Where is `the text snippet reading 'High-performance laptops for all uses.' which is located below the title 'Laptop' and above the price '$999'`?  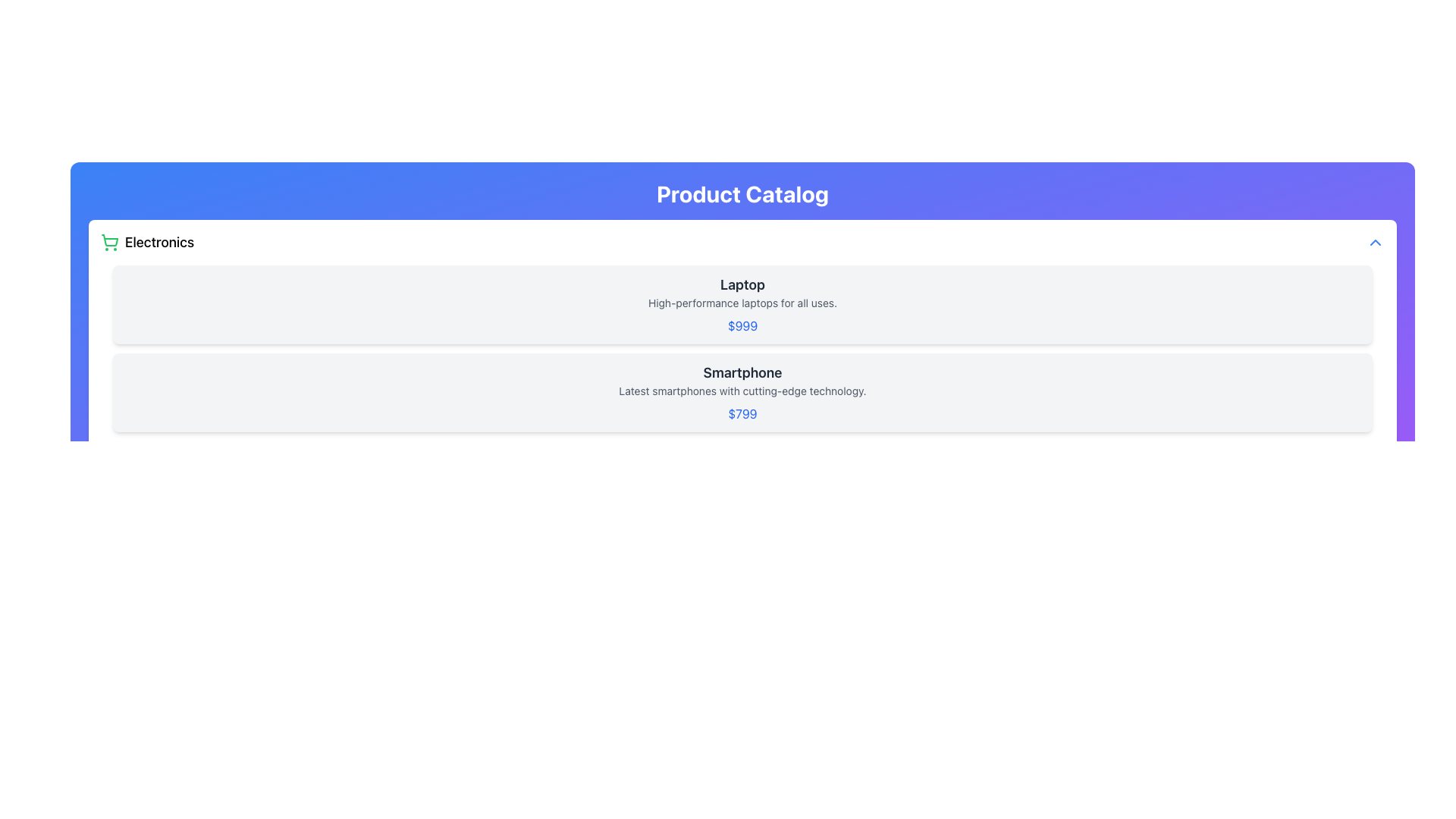 the text snippet reading 'High-performance laptops for all uses.' which is located below the title 'Laptop' and above the price '$999' is located at coordinates (742, 303).